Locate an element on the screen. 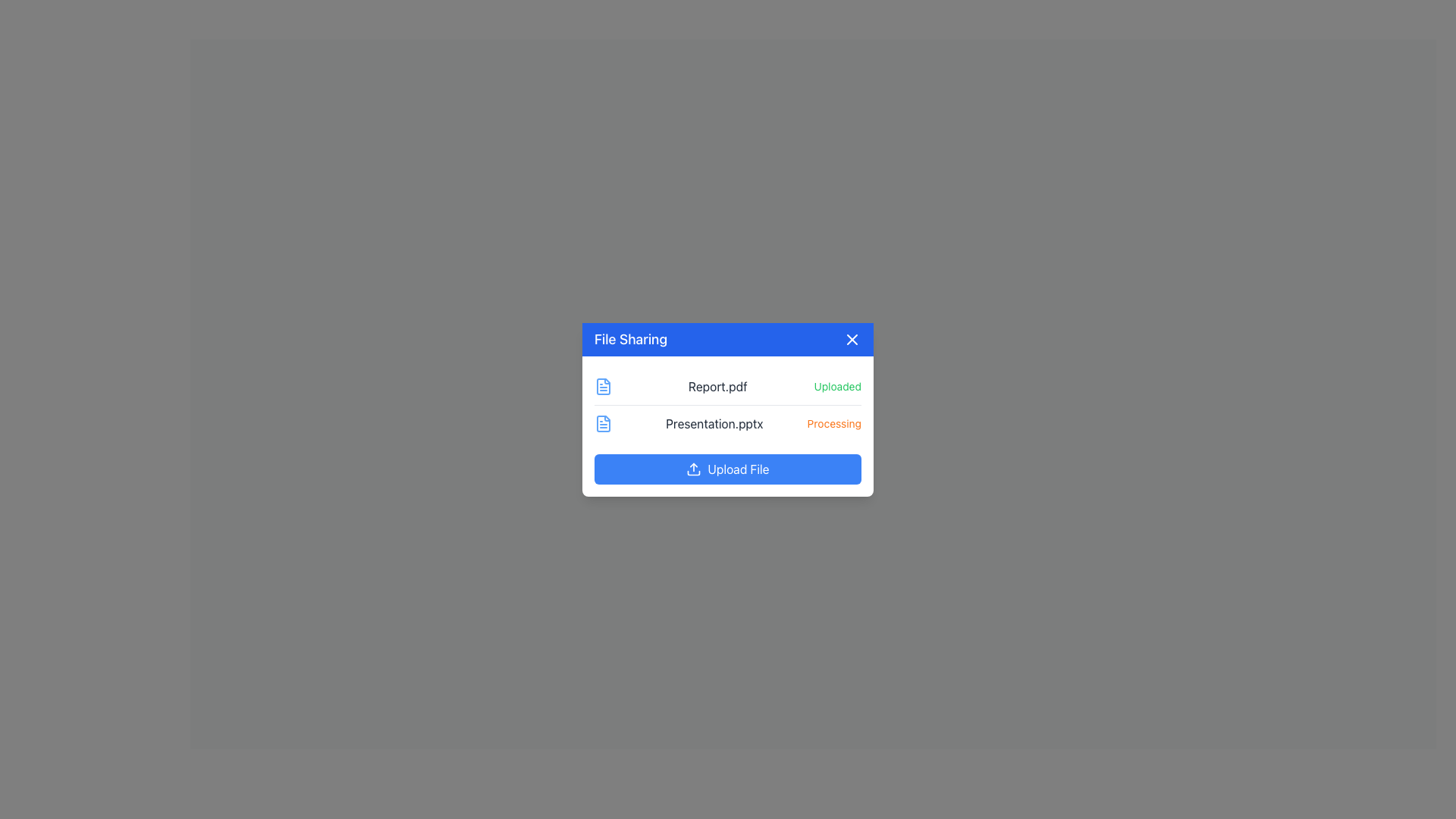  the 'X' icon button in the top-right corner of the blue header bar labeled 'File Sharing' is located at coordinates (852, 338).